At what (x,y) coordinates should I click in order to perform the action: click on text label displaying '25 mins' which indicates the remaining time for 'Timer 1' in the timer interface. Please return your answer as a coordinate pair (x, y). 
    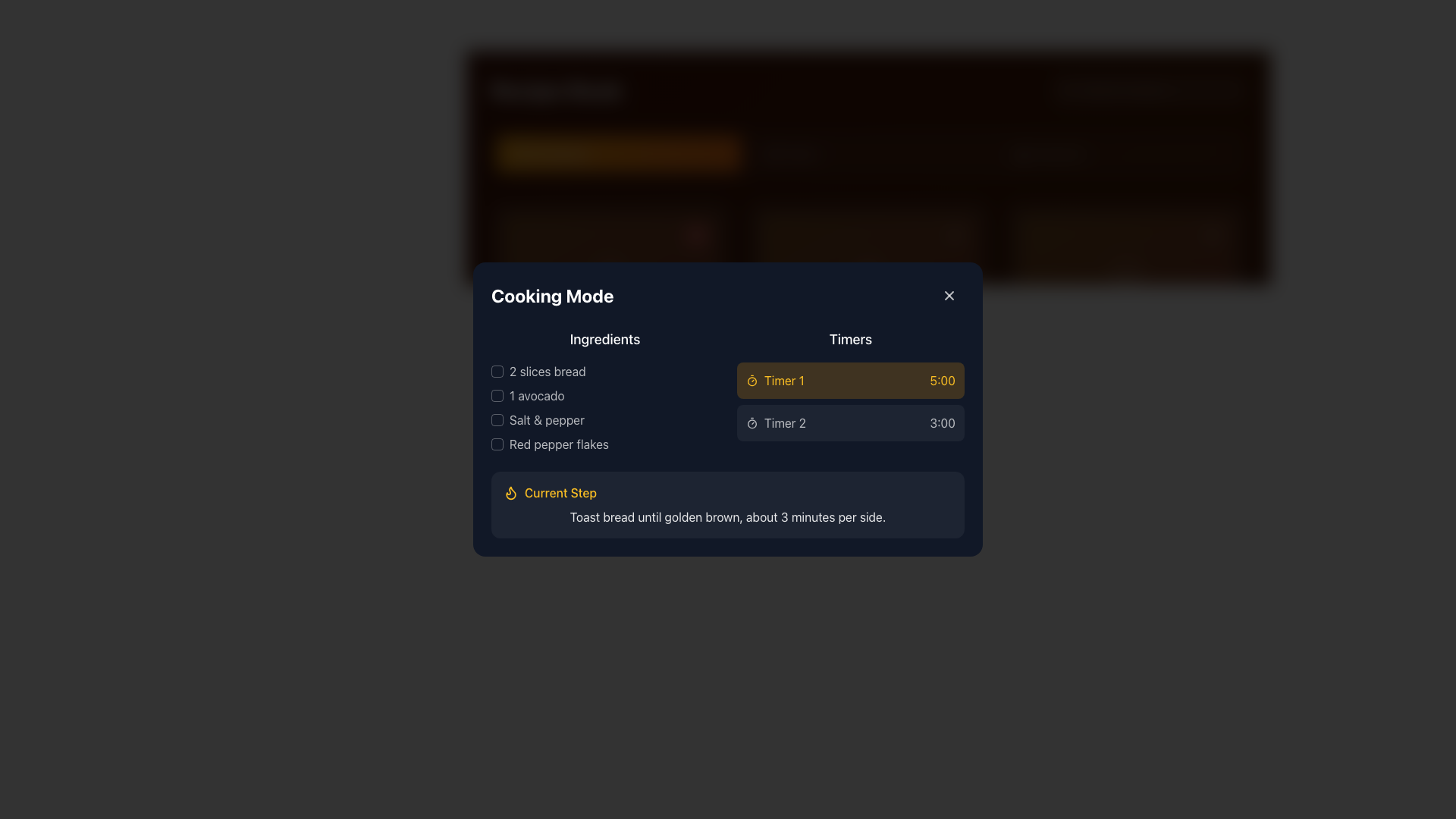
    Looking at the image, I should click on (794, 382).